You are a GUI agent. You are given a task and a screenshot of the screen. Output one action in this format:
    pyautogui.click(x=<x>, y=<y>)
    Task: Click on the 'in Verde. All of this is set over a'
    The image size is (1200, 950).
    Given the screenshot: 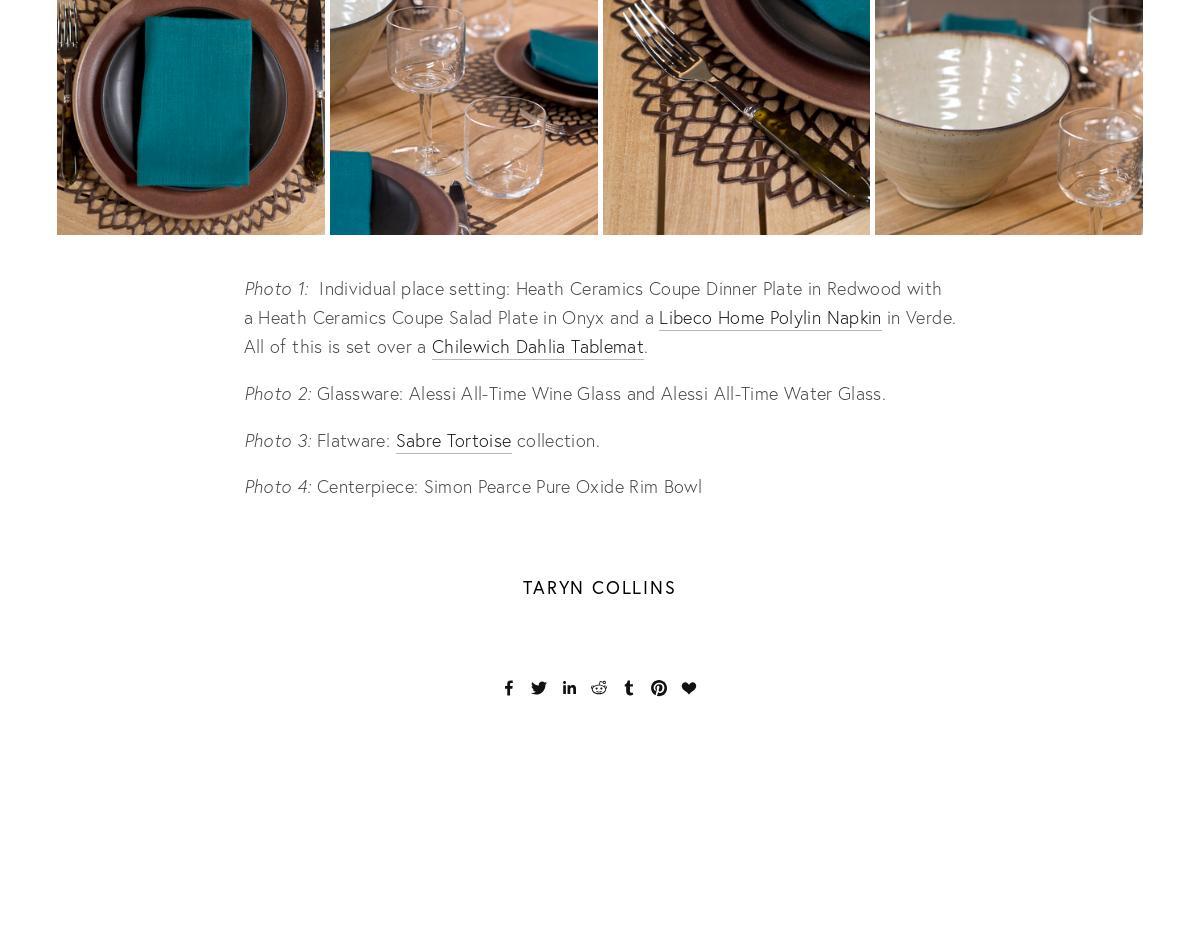 What is the action you would take?
    pyautogui.click(x=602, y=330)
    